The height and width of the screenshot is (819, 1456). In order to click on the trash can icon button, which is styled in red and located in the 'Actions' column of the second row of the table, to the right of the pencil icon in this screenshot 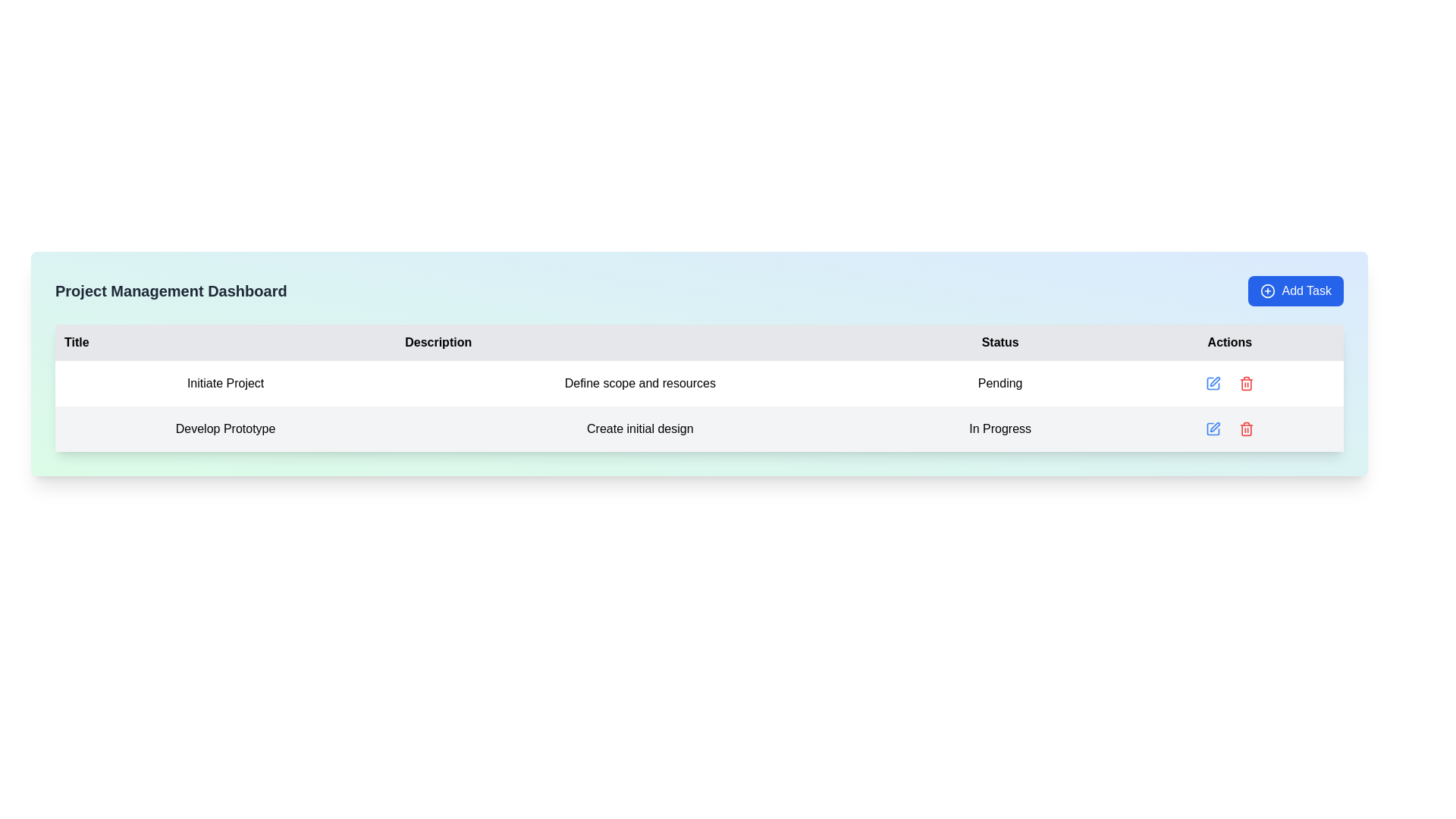, I will do `click(1246, 382)`.